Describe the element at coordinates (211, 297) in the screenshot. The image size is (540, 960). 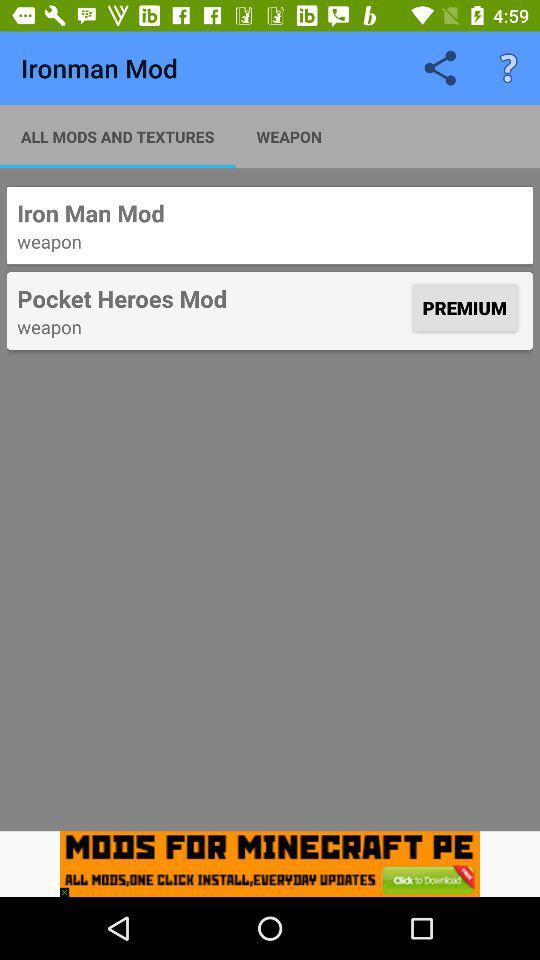
I see `icon above weapon icon` at that location.